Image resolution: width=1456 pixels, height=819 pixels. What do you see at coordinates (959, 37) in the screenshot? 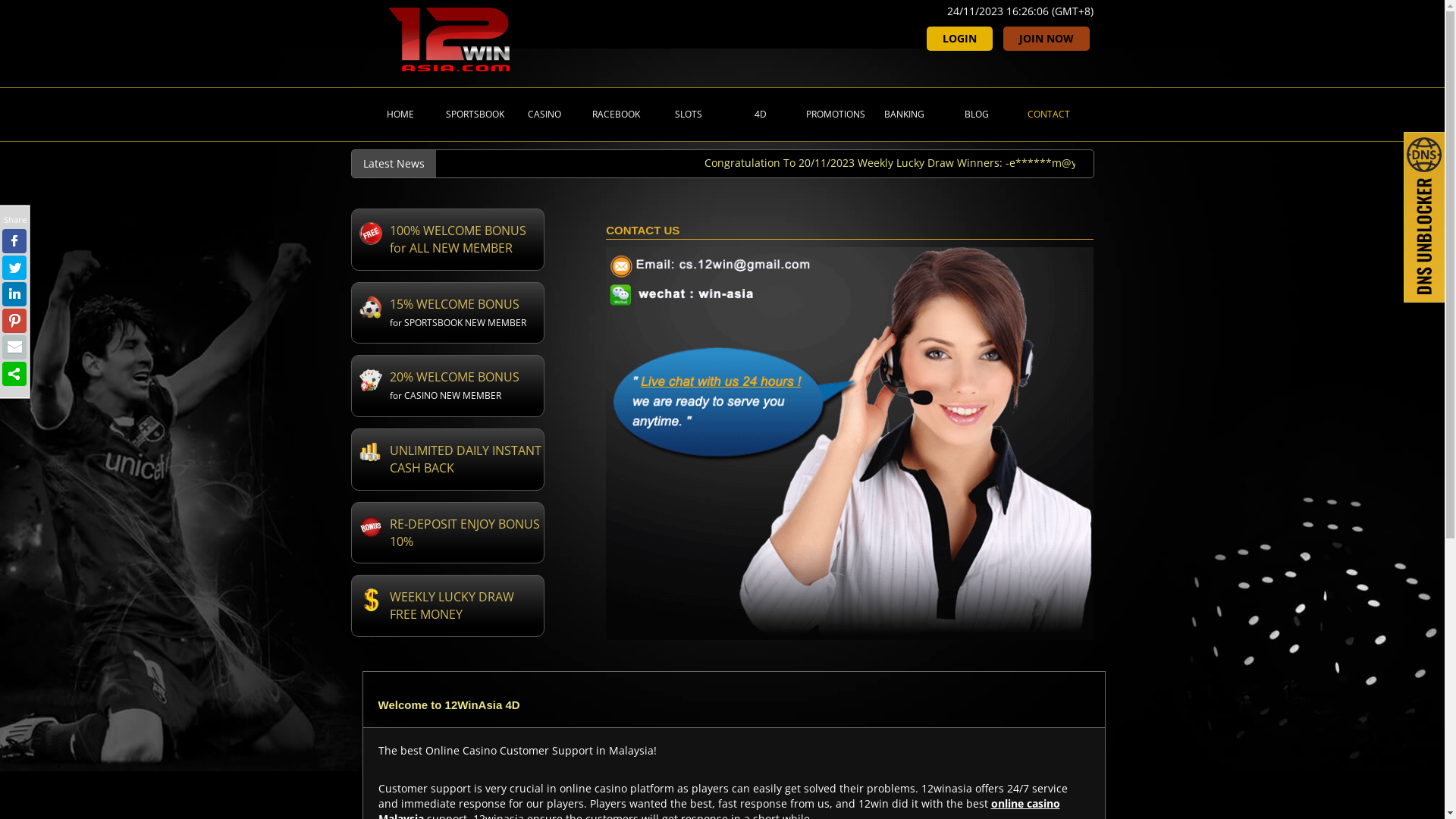
I see `'LOGIN'` at bounding box center [959, 37].